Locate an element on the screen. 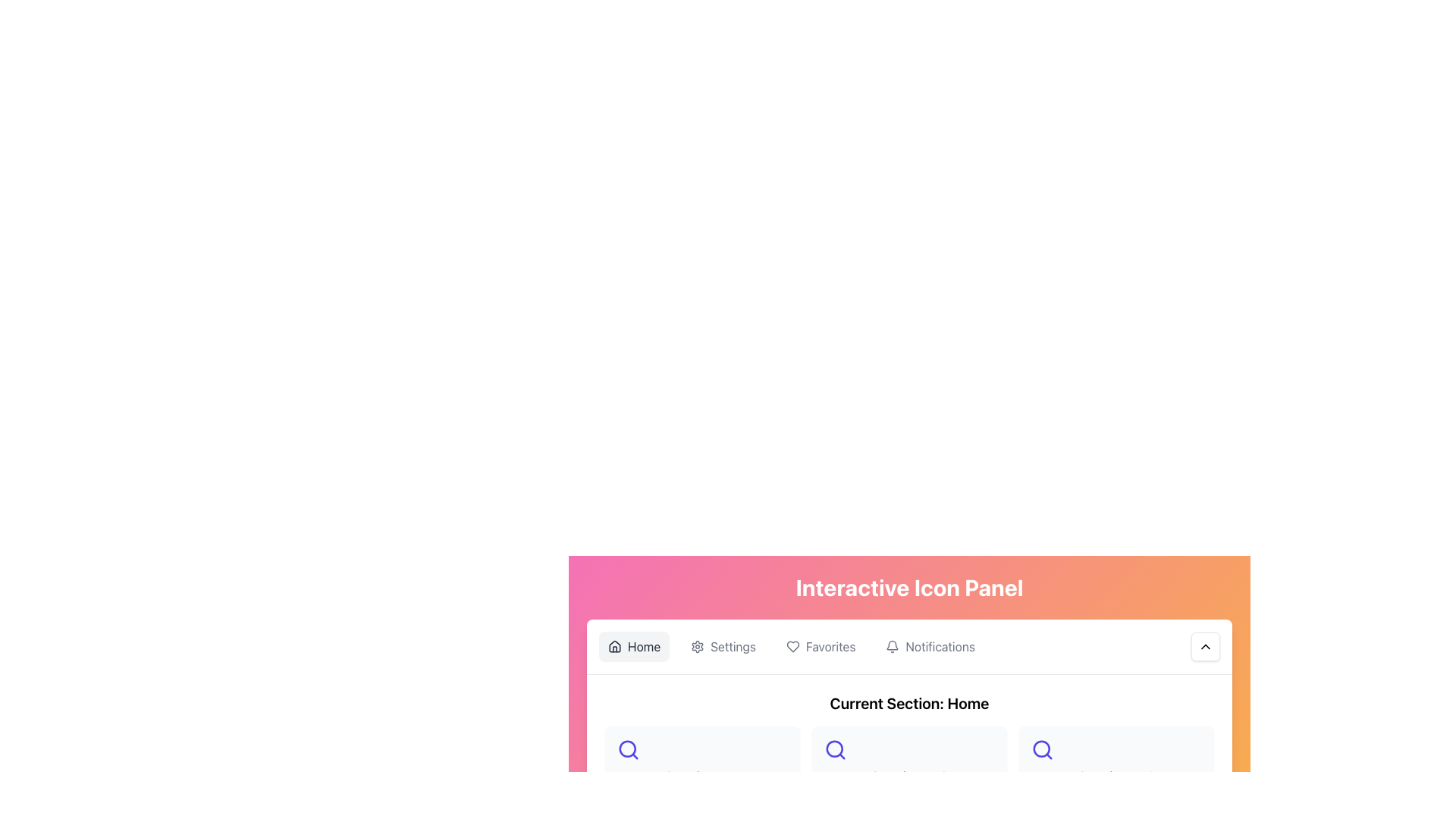  the second clickable card in a grid layout is located at coordinates (909, 762).